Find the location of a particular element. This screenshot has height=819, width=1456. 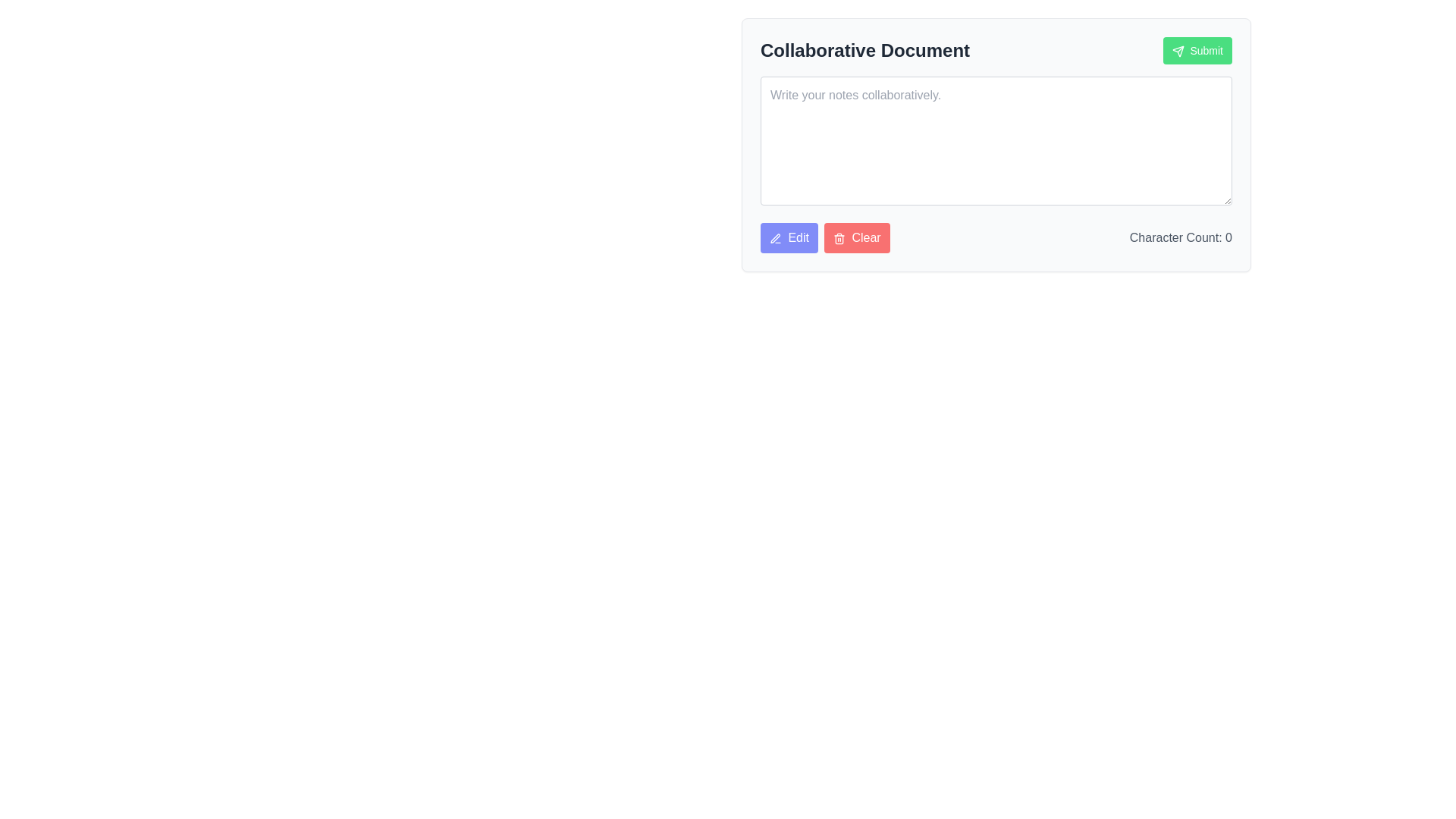

the editing icon located in the toolbar next to the text input area is located at coordinates (775, 238).